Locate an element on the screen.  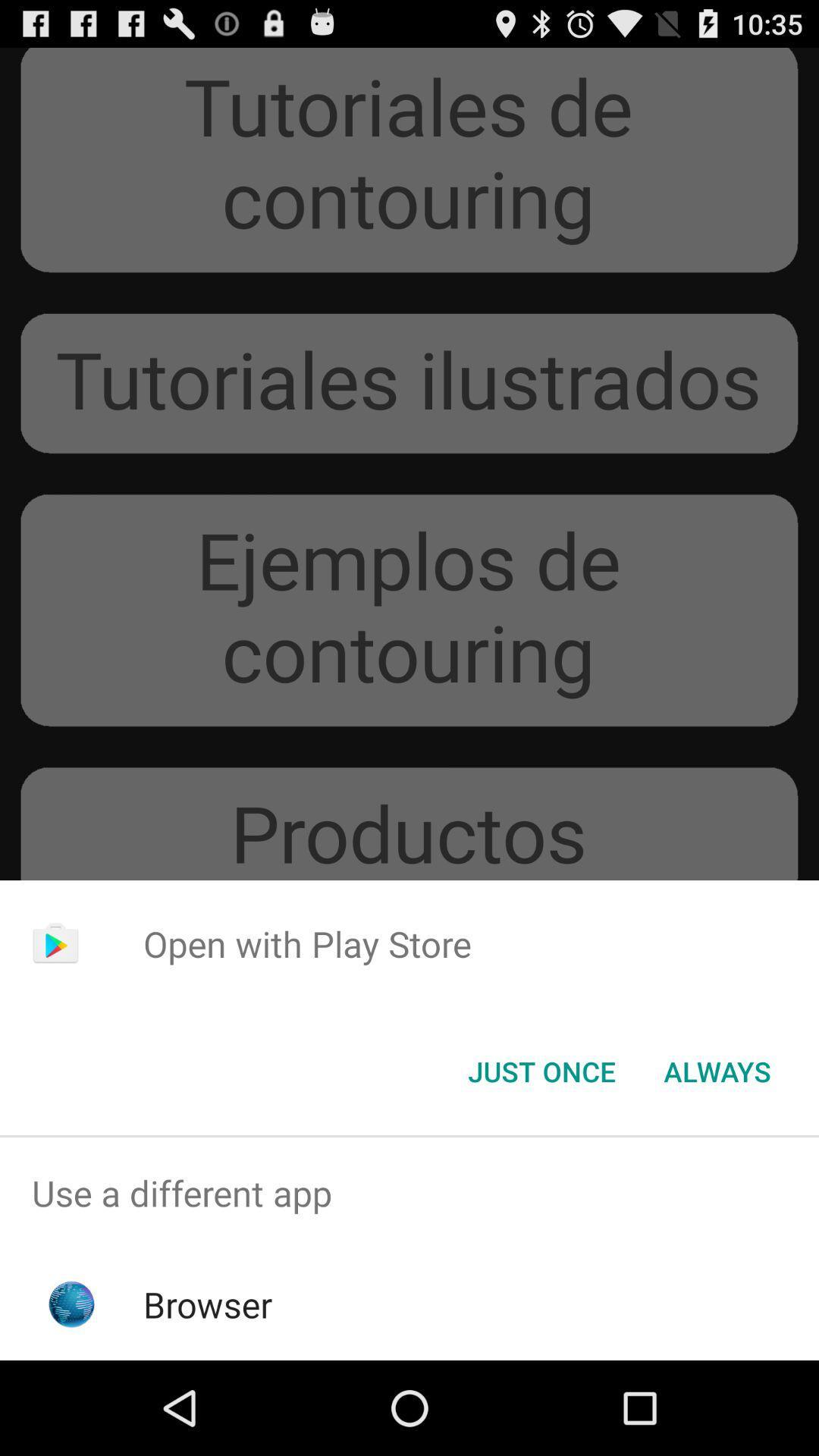
just once icon is located at coordinates (541, 1070).